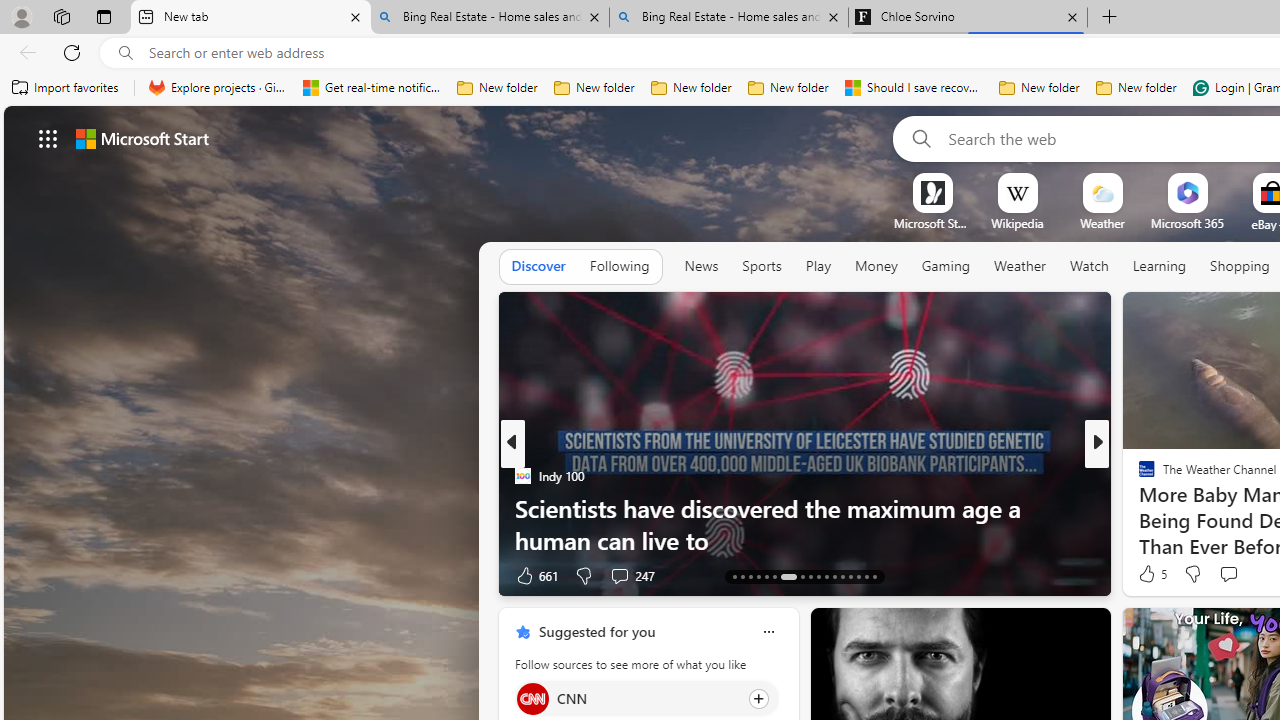  Describe the element at coordinates (765, 577) in the screenshot. I see `'AutomationID: tab-17'` at that location.